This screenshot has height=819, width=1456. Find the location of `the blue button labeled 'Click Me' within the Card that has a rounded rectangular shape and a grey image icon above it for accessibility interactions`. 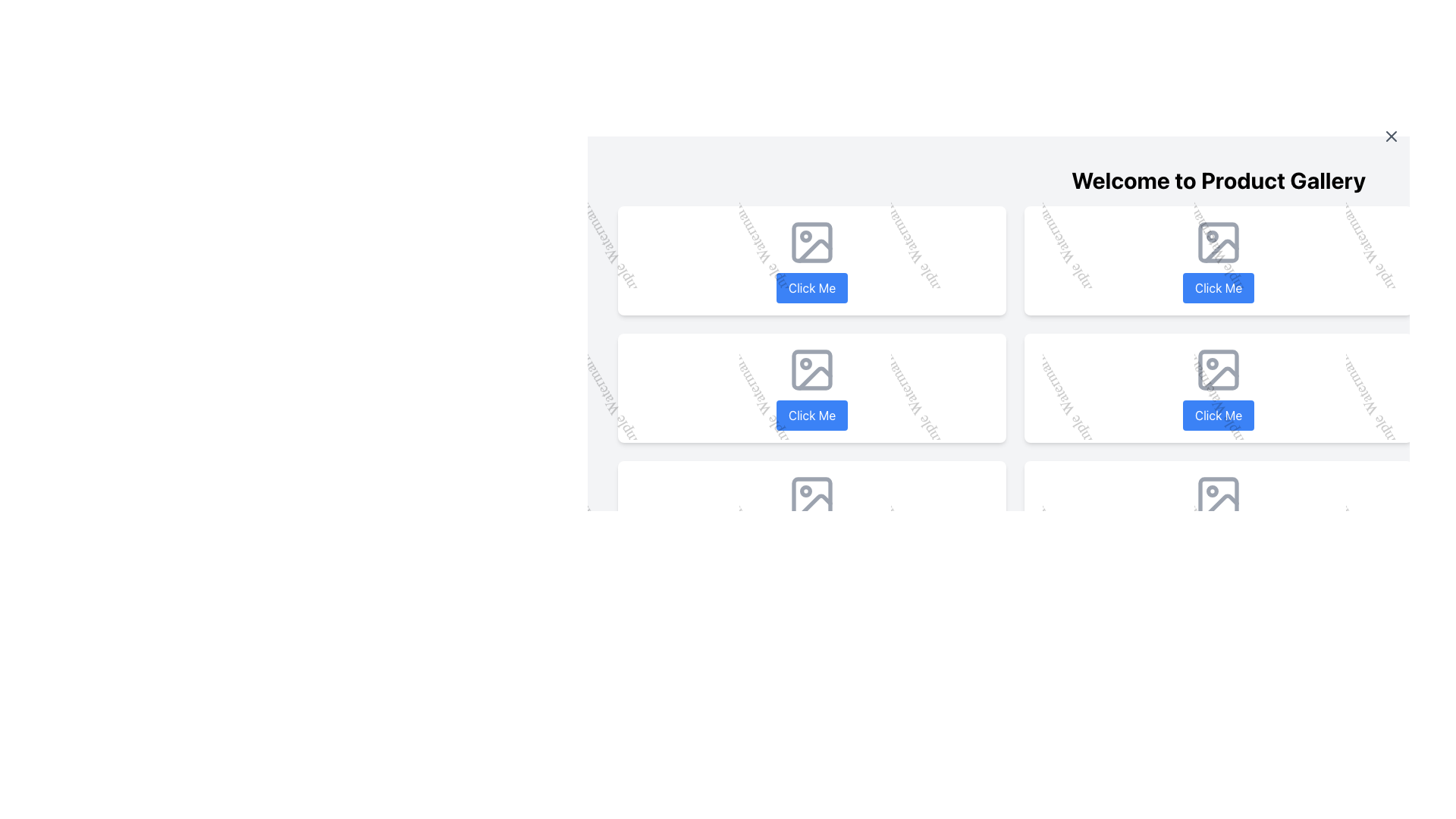

the blue button labeled 'Click Me' within the Card that has a rounded rectangular shape and a grey image icon above it for accessibility interactions is located at coordinates (811, 259).